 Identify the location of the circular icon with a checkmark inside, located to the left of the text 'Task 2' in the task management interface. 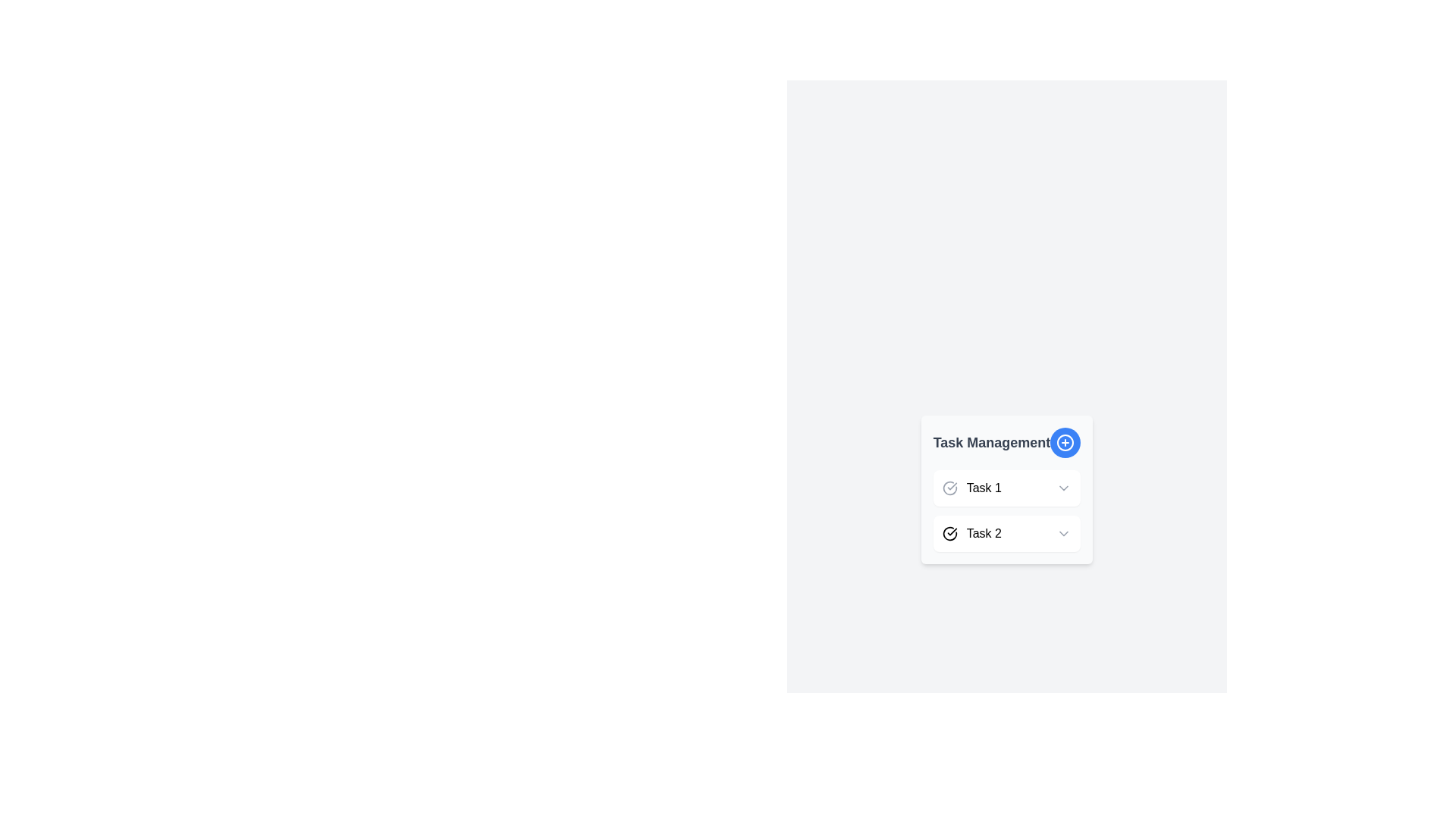
(949, 533).